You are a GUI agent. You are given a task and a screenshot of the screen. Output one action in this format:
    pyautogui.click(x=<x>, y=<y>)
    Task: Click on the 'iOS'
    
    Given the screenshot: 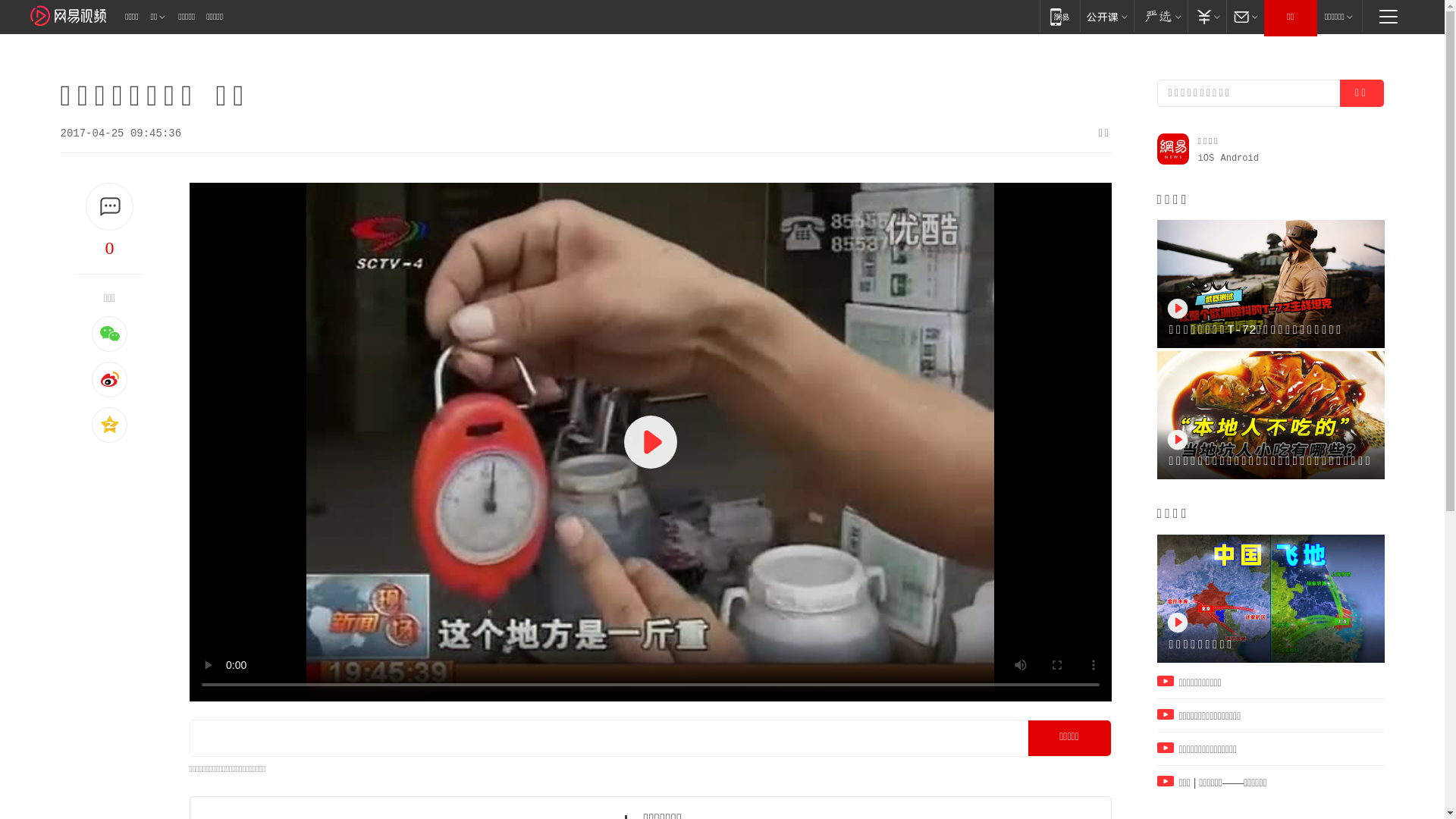 What is the action you would take?
    pyautogui.click(x=1205, y=158)
    